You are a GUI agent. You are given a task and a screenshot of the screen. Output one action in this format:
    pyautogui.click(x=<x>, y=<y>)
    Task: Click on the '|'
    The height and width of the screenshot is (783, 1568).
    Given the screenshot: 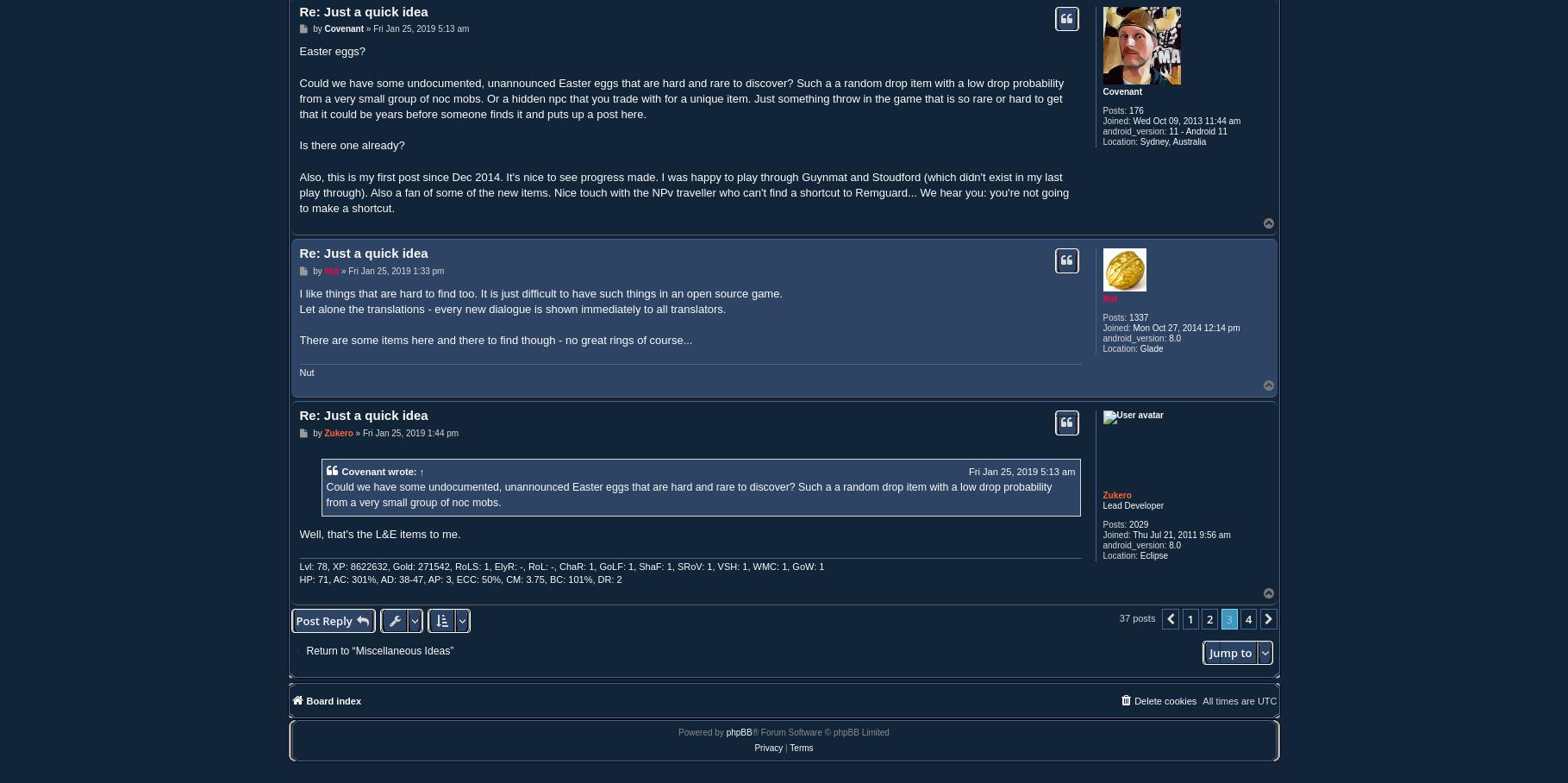 What is the action you would take?
    pyautogui.click(x=785, y=747)
    